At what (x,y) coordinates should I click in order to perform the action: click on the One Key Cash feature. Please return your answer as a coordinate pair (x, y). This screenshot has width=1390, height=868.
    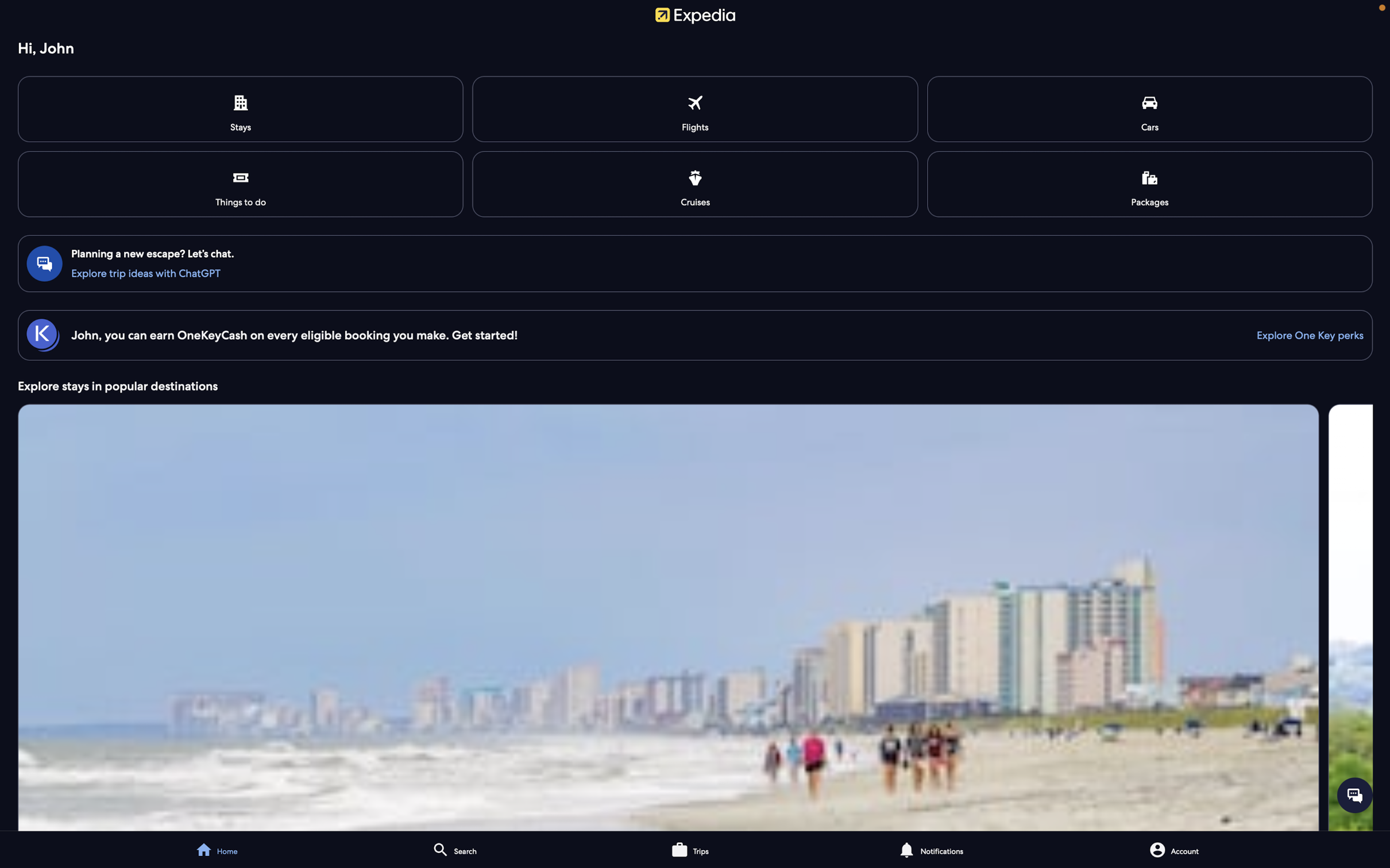
    Looking at the image, I should click on (1304, 334).